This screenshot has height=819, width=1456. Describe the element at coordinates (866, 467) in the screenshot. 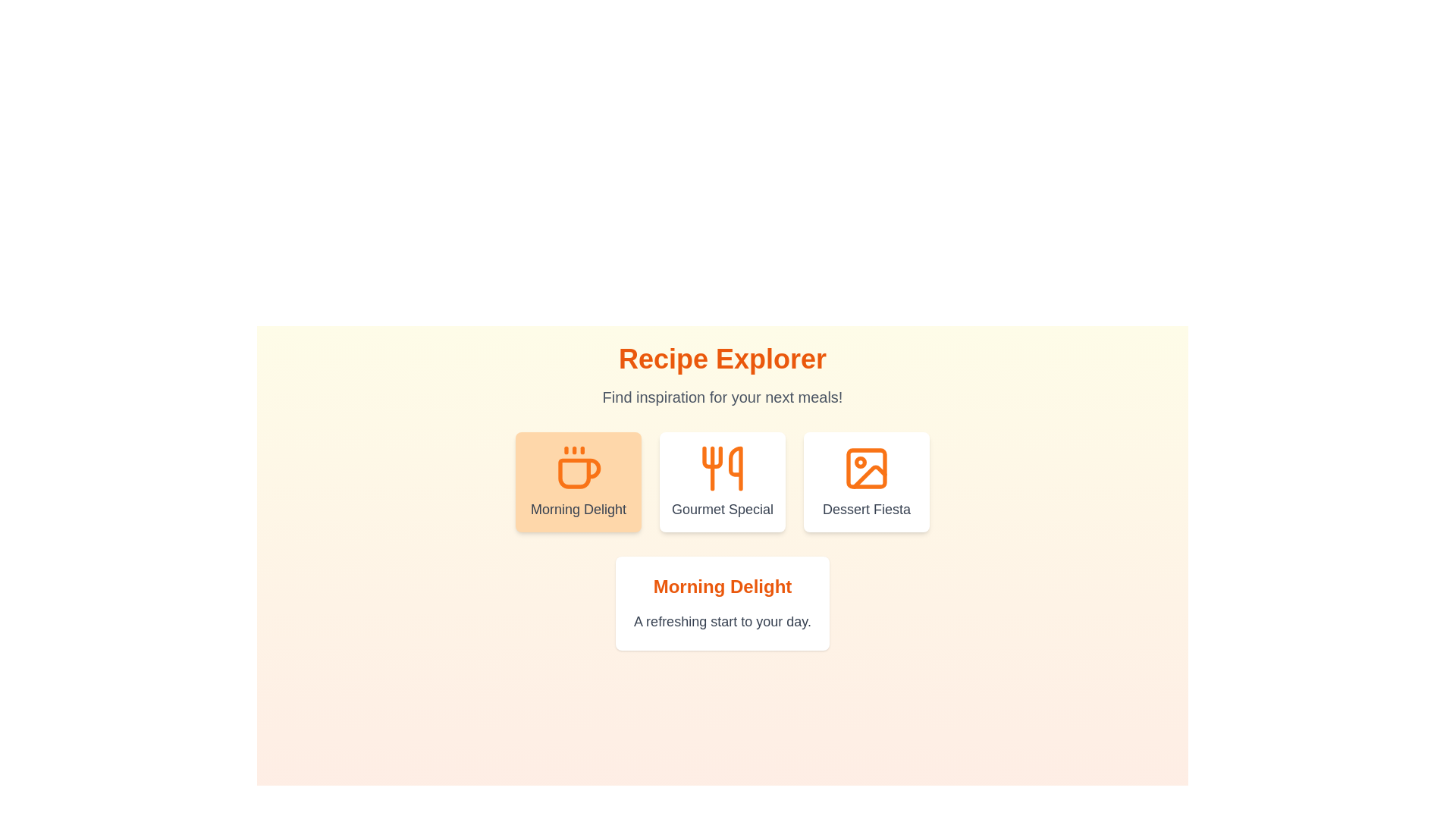

I see `the 'Dessert Fiesta' icon located at the top-left corner of its card` at that location.